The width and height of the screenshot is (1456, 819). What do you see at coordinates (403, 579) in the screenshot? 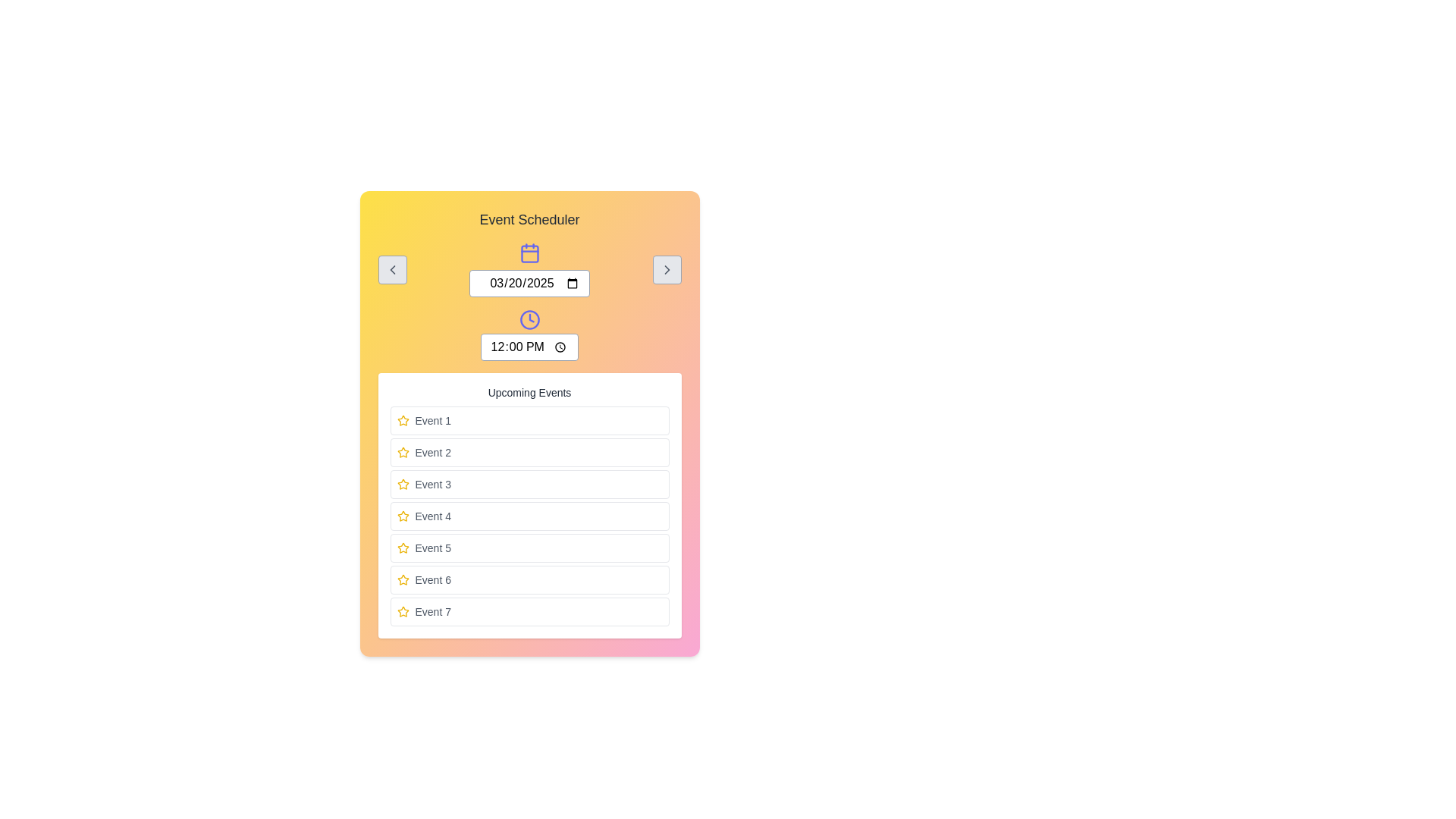
I see `the star-shaped icon with a golden yellow outline located next to the text 'Event 6' in the 'Upcoming Events' list` at bounding box center [403, 579].